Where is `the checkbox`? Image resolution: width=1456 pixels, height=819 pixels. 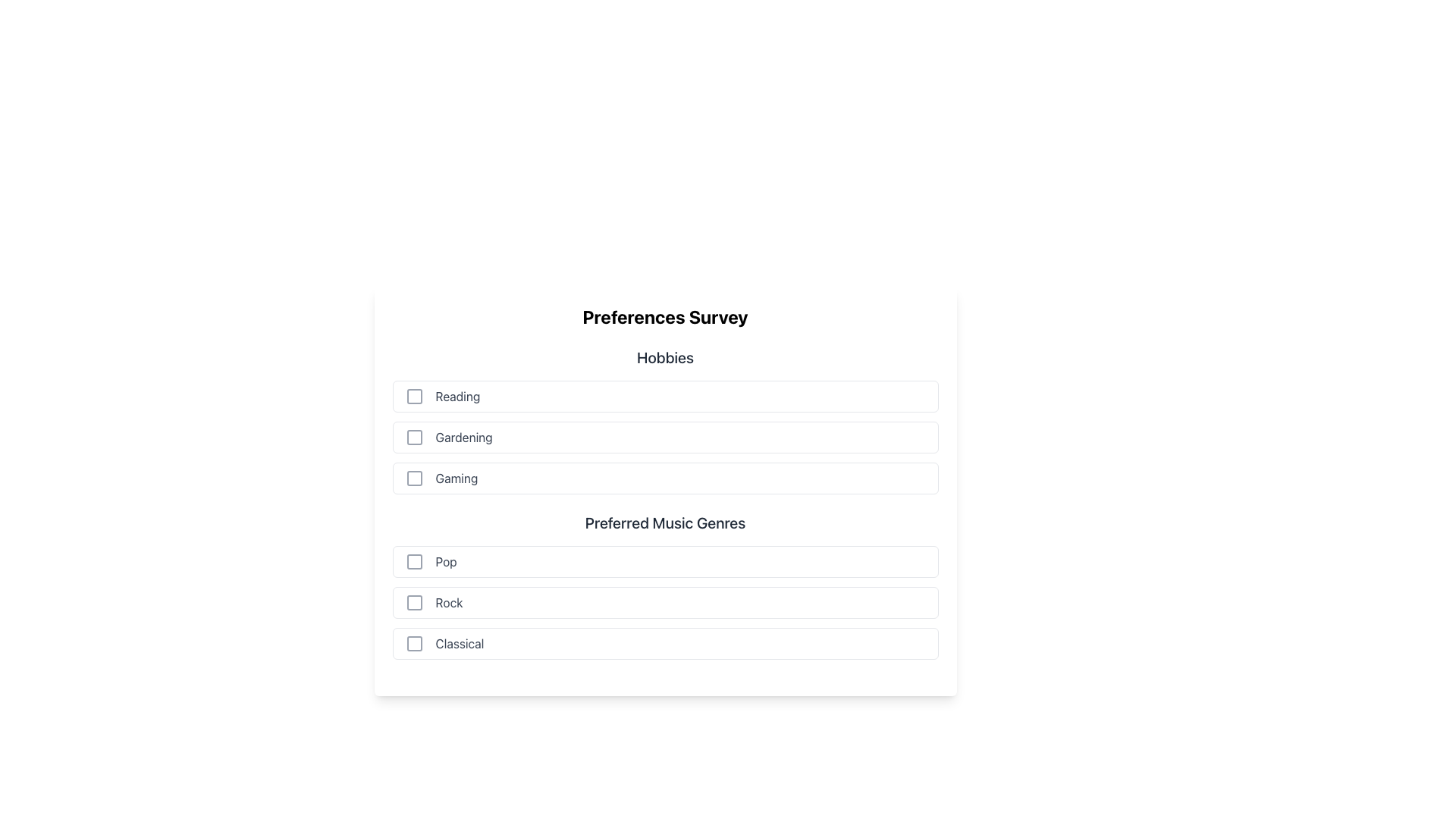 the checkbox is located at coordinates (414, 643).